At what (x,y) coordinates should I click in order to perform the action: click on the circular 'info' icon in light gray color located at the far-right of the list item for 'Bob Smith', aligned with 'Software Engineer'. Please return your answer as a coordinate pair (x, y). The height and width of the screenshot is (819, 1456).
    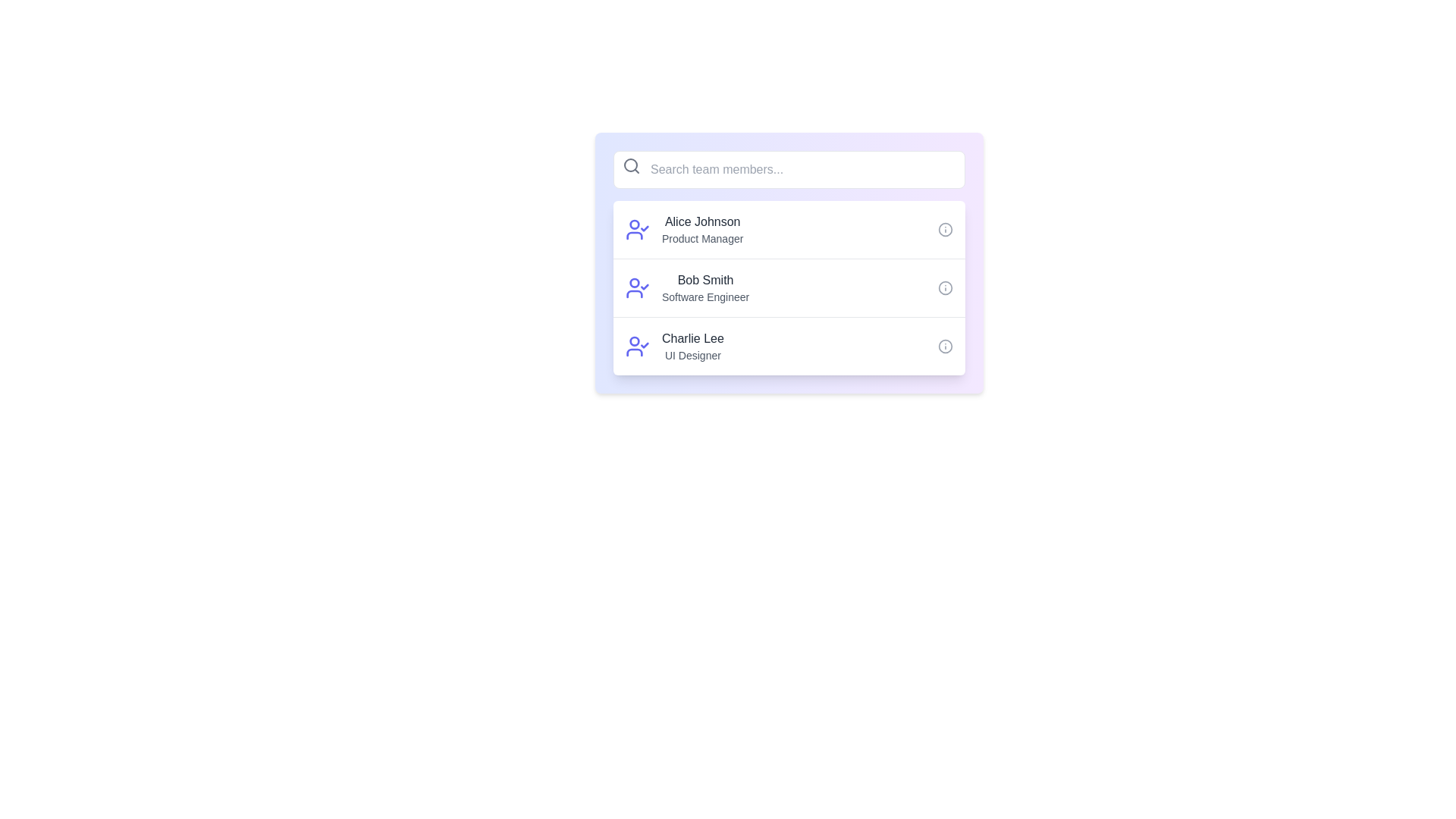
    Looking at the image, I should click on (945, 288).